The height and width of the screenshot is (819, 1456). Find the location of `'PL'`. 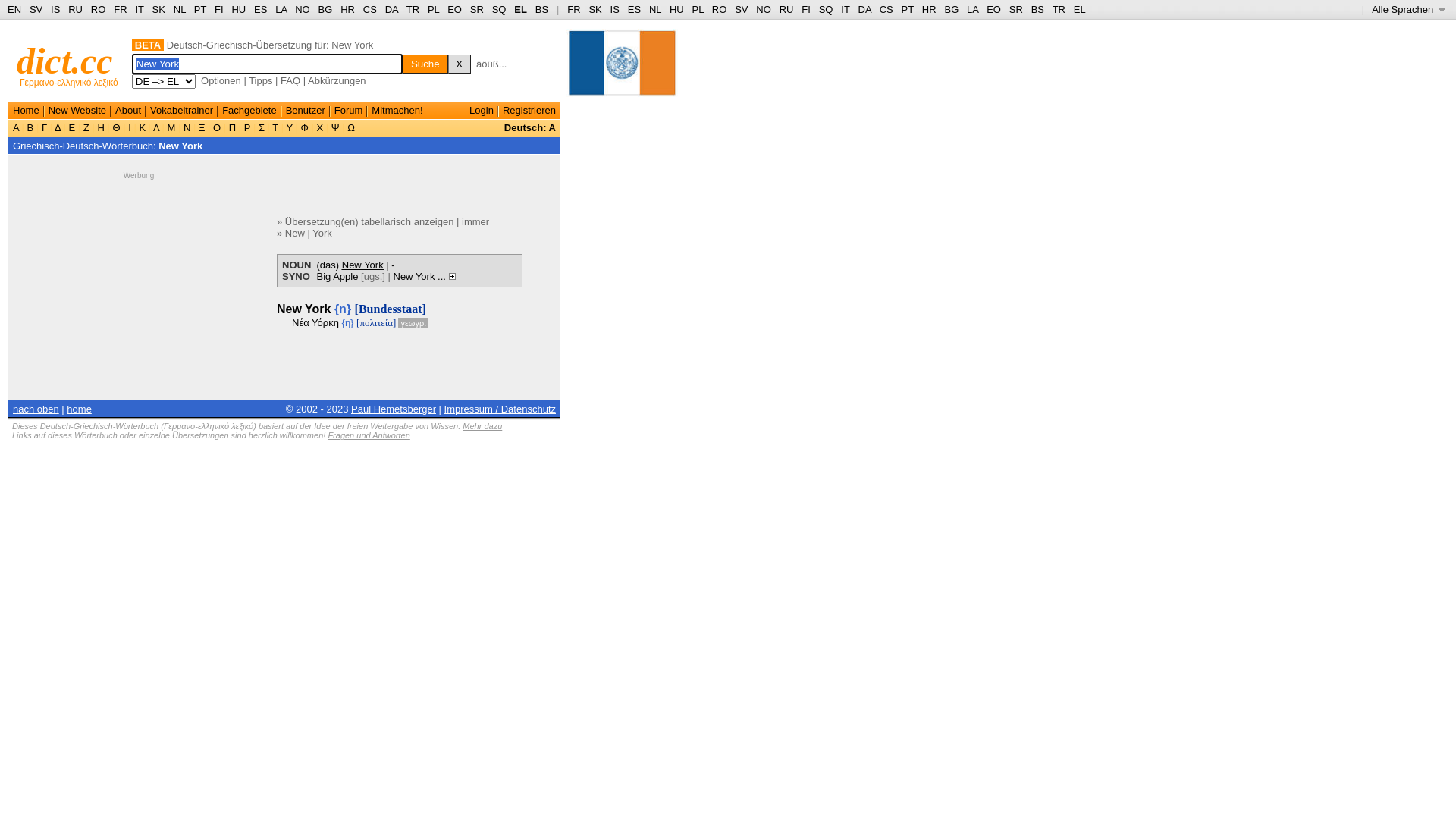

'PL' is located at coordinates (697, 9).